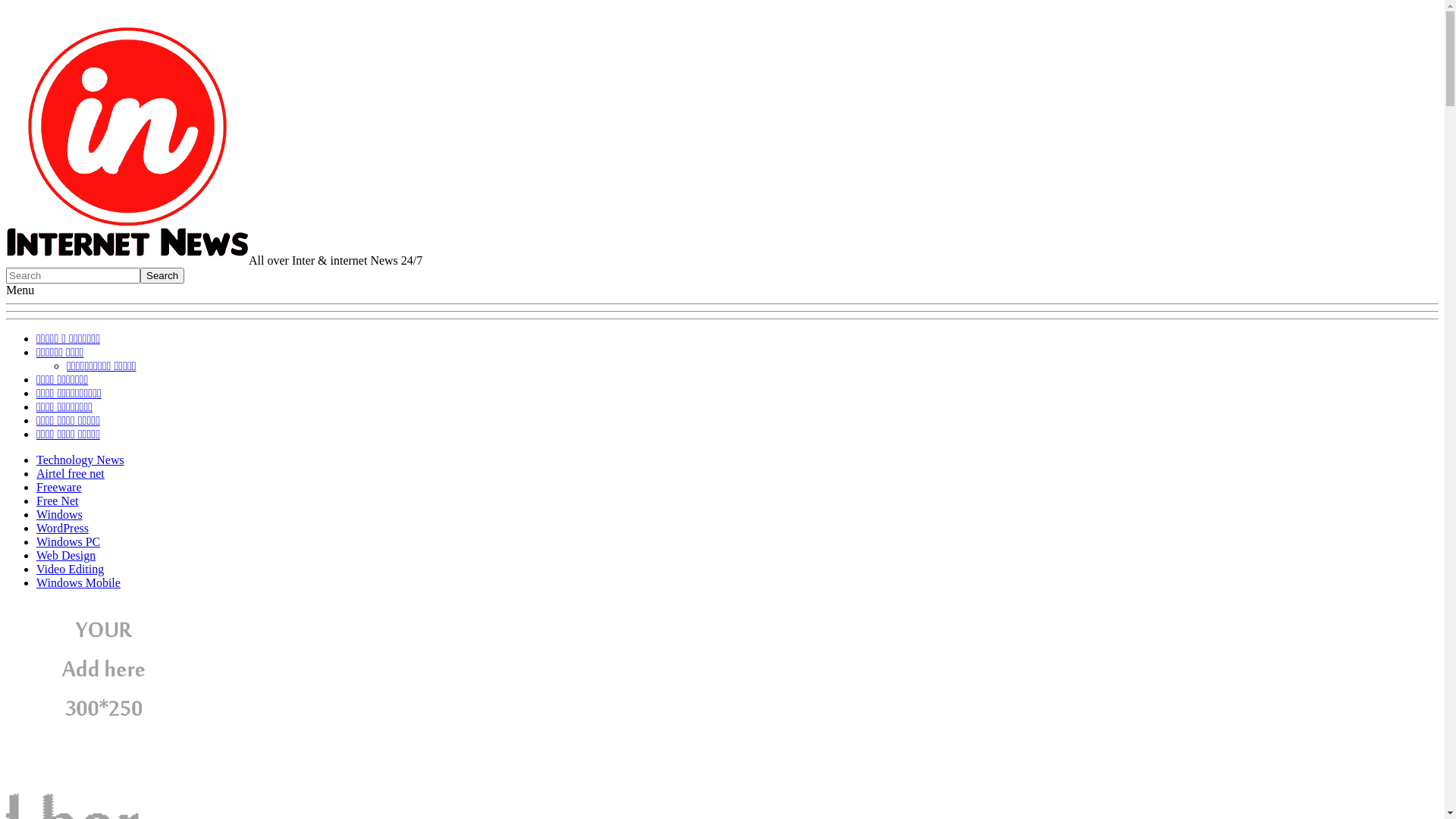 The image size is (1456, 819). Describe the element at coordinates (59, 513) in the screenshot. I see `'Windows'` at that location.